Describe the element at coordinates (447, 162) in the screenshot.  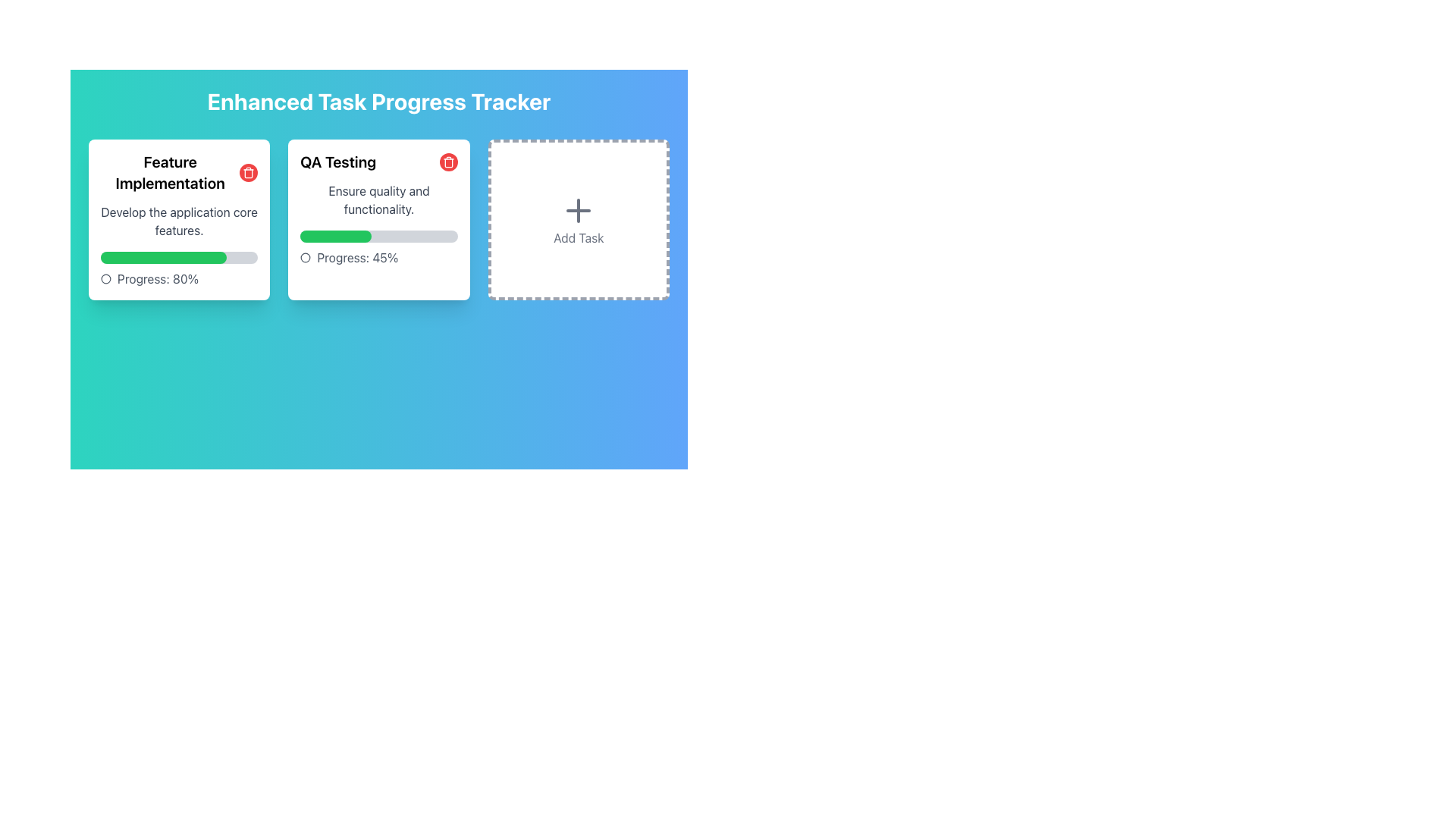
I see `the red circular button with a white trash can icon located in the upper-right corner of the 'QA Testing' card` at that location.